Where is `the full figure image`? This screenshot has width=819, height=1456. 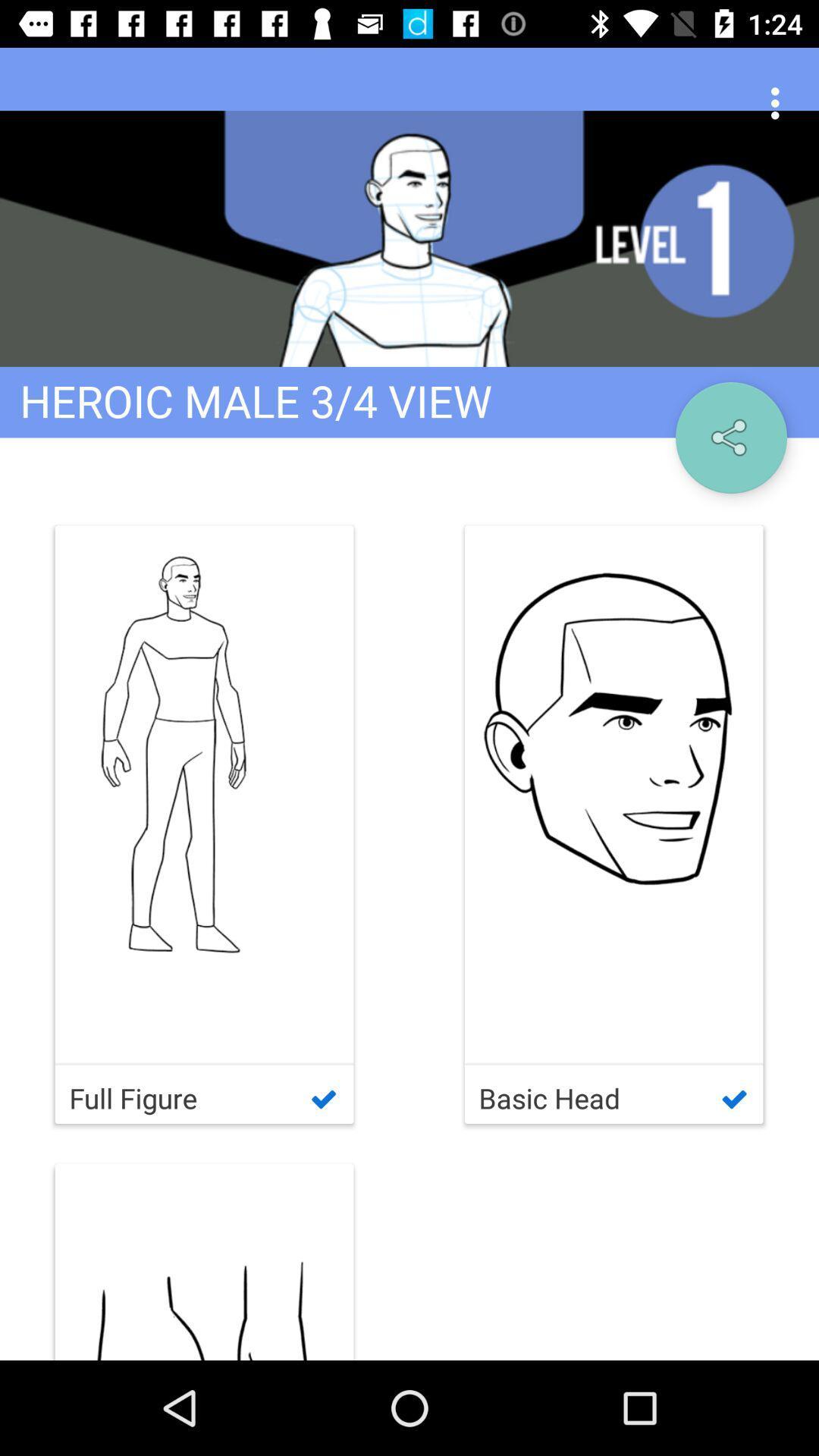 the full figure image is located at coordinates (205, 793).